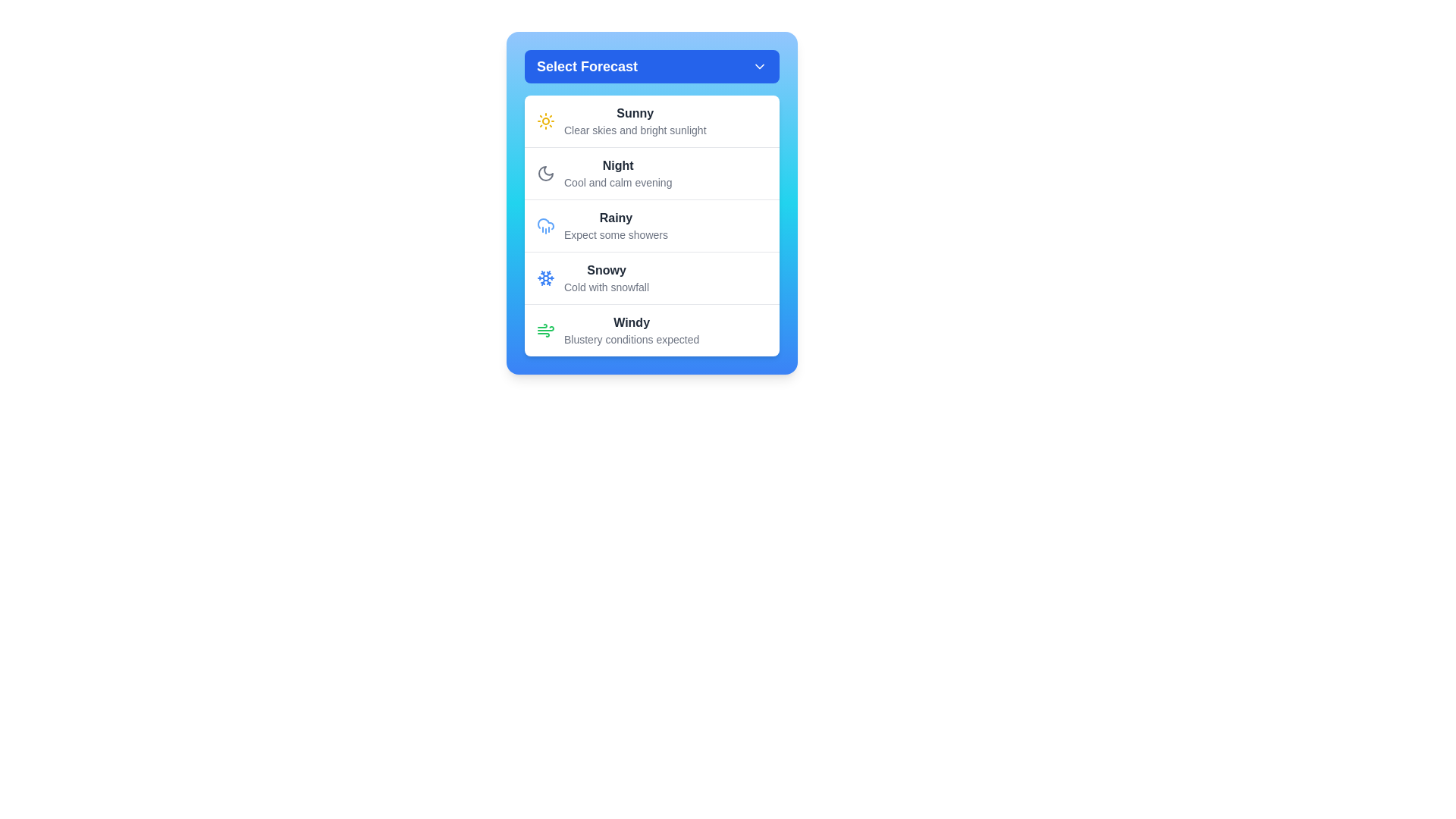 Image resolution: width=1456 pixels, height=819 pixels. I want to click on the 'Sunny' weather condition icon located at the top-left corner of the forecast list, adjacent to the bold text 'Sunny', so click(546, 120).